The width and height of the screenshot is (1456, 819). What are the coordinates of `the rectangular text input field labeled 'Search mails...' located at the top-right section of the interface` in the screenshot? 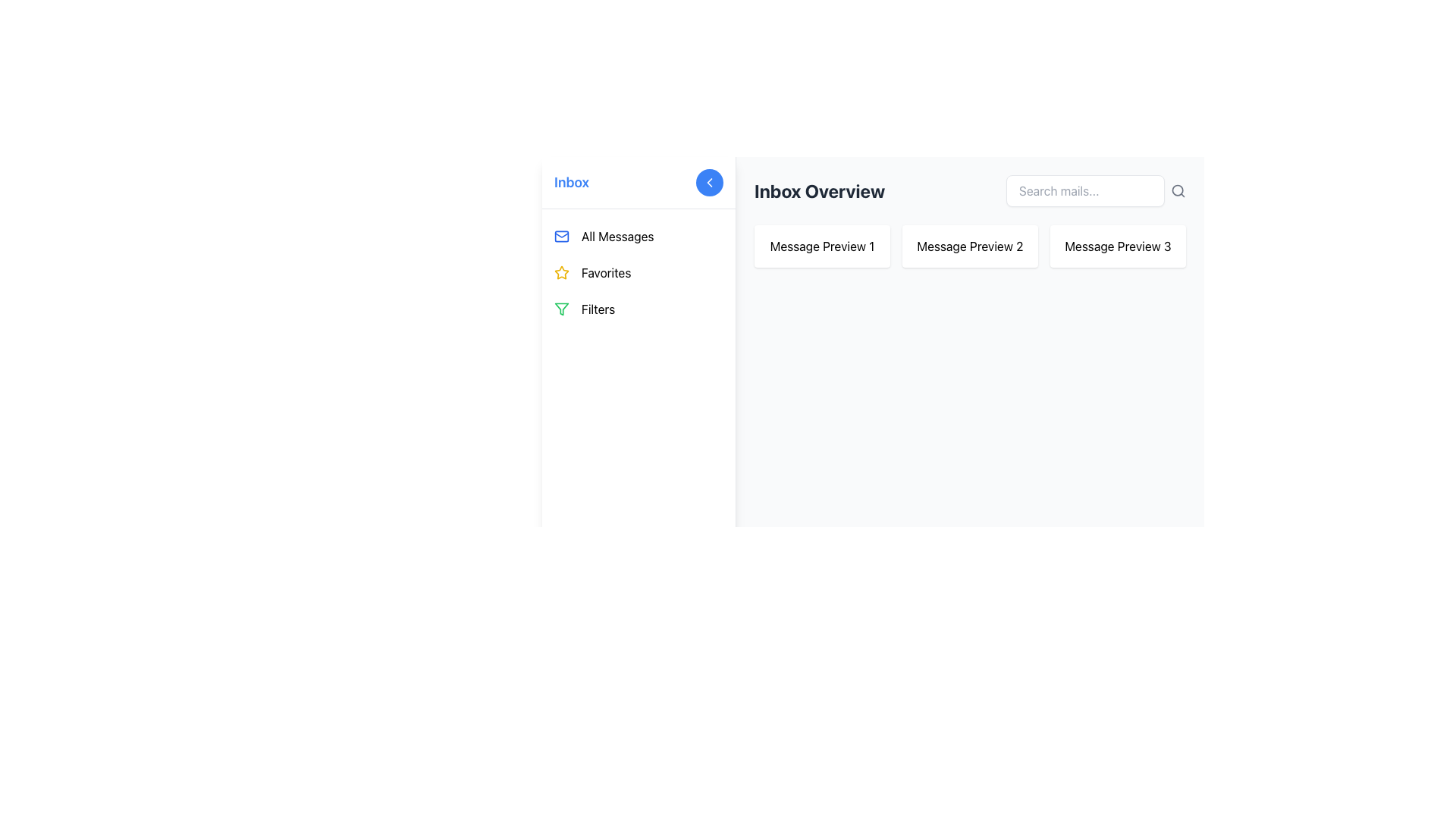 It's located at (1084, 190).